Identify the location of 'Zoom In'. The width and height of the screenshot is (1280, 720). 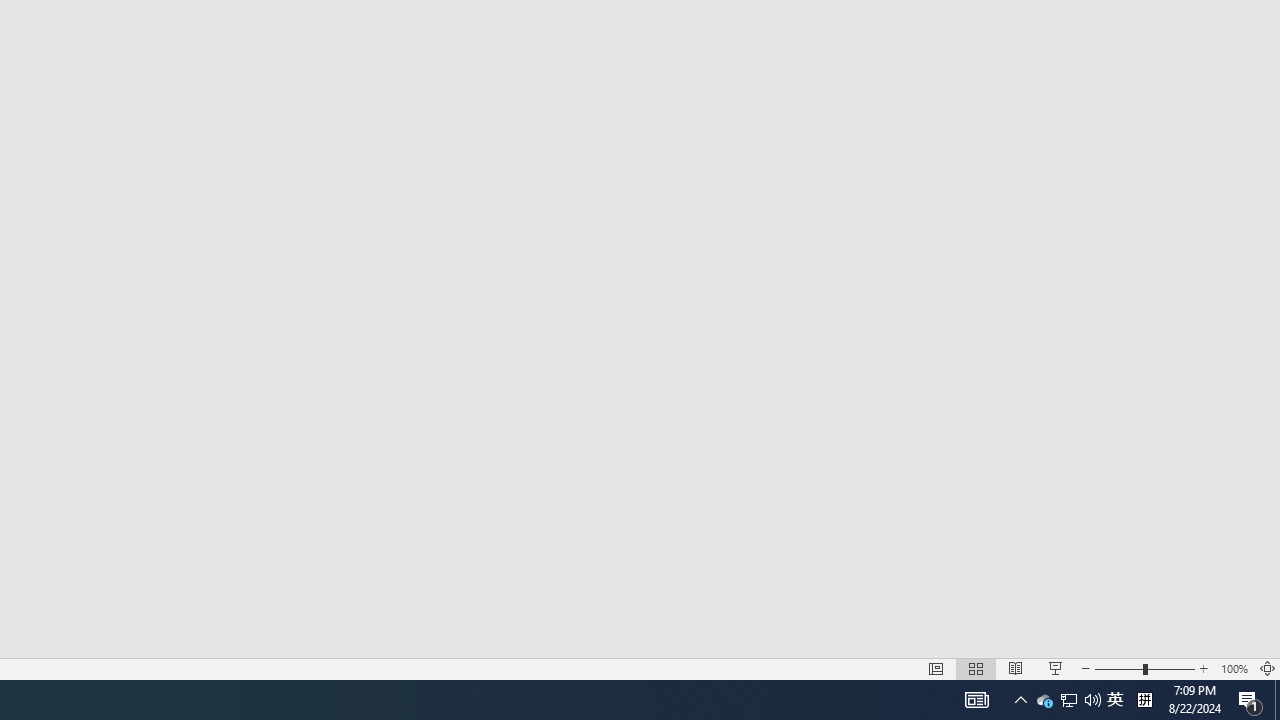
(1203, 669).